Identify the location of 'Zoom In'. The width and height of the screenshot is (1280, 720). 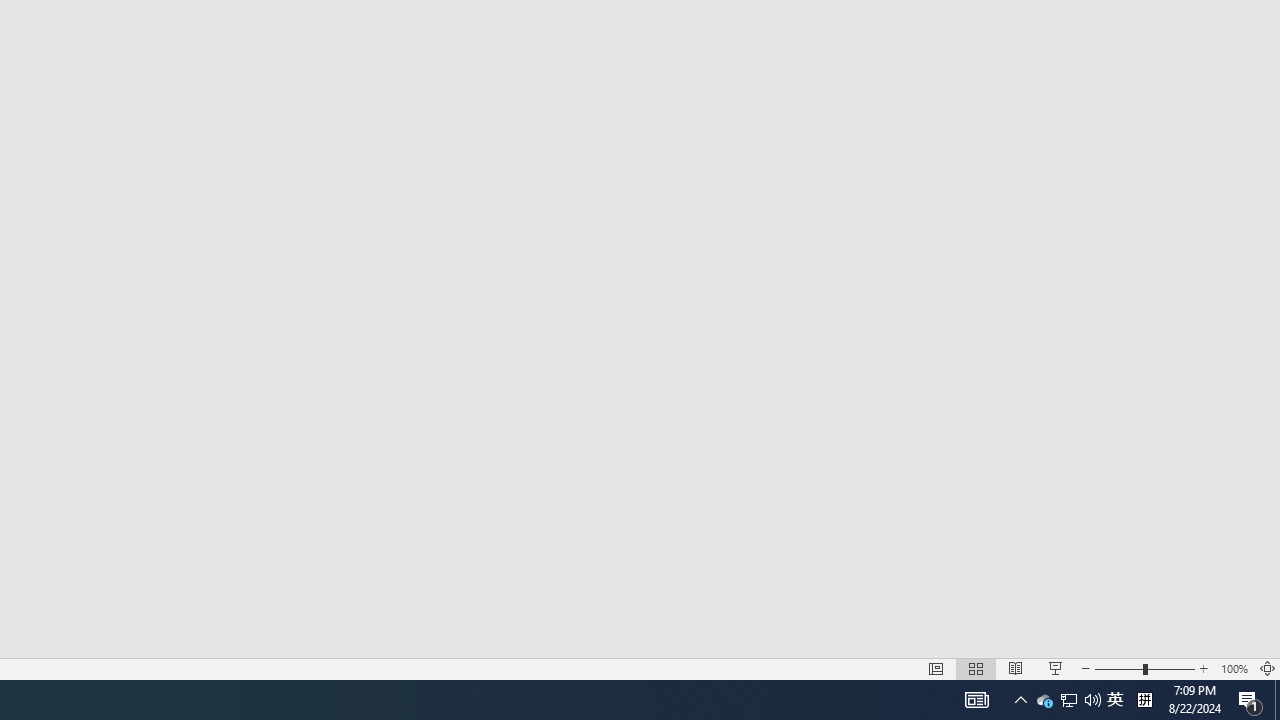
(1203, 669).